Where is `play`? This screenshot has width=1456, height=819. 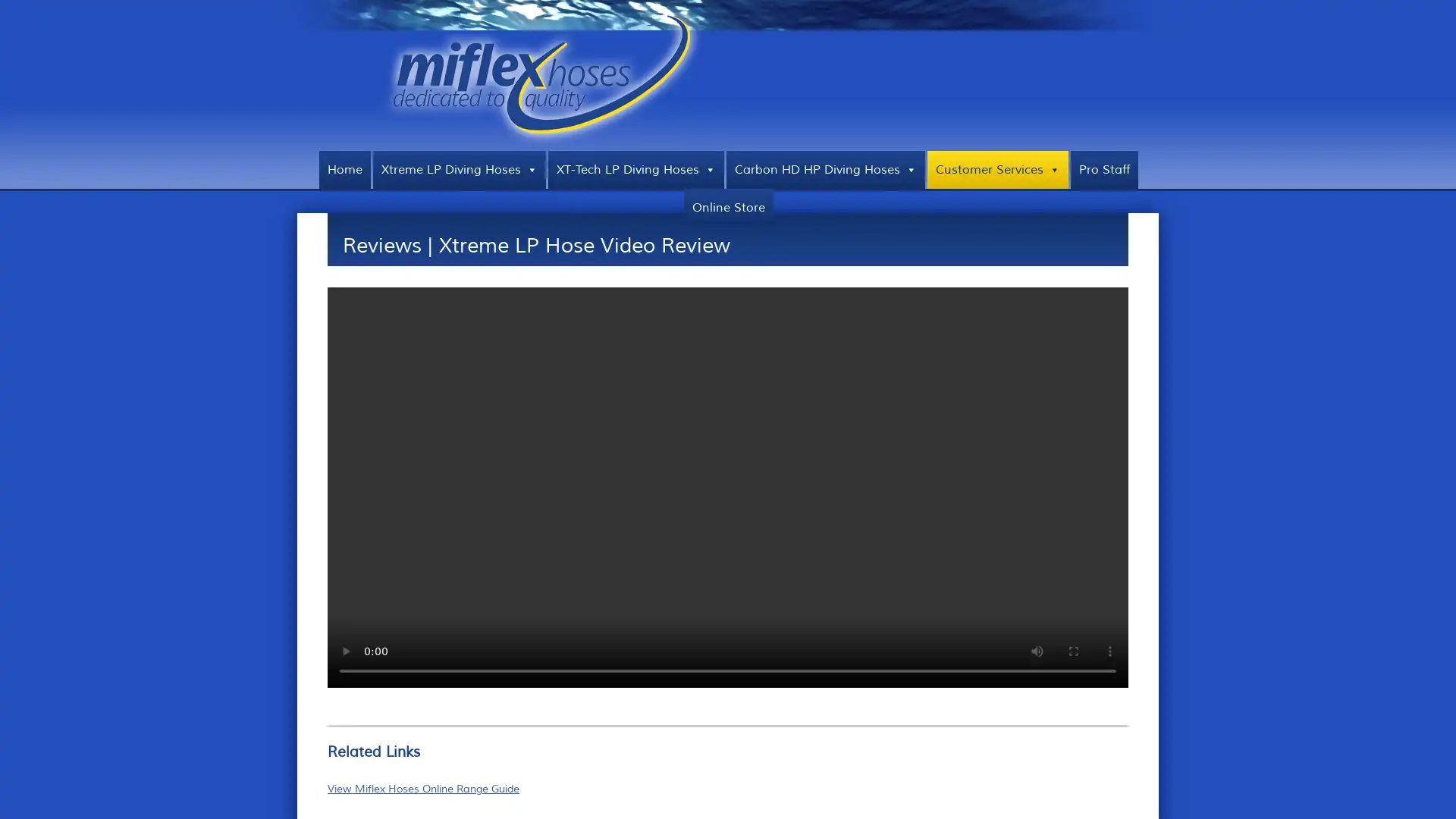 play is located at coordinates (345, 649).